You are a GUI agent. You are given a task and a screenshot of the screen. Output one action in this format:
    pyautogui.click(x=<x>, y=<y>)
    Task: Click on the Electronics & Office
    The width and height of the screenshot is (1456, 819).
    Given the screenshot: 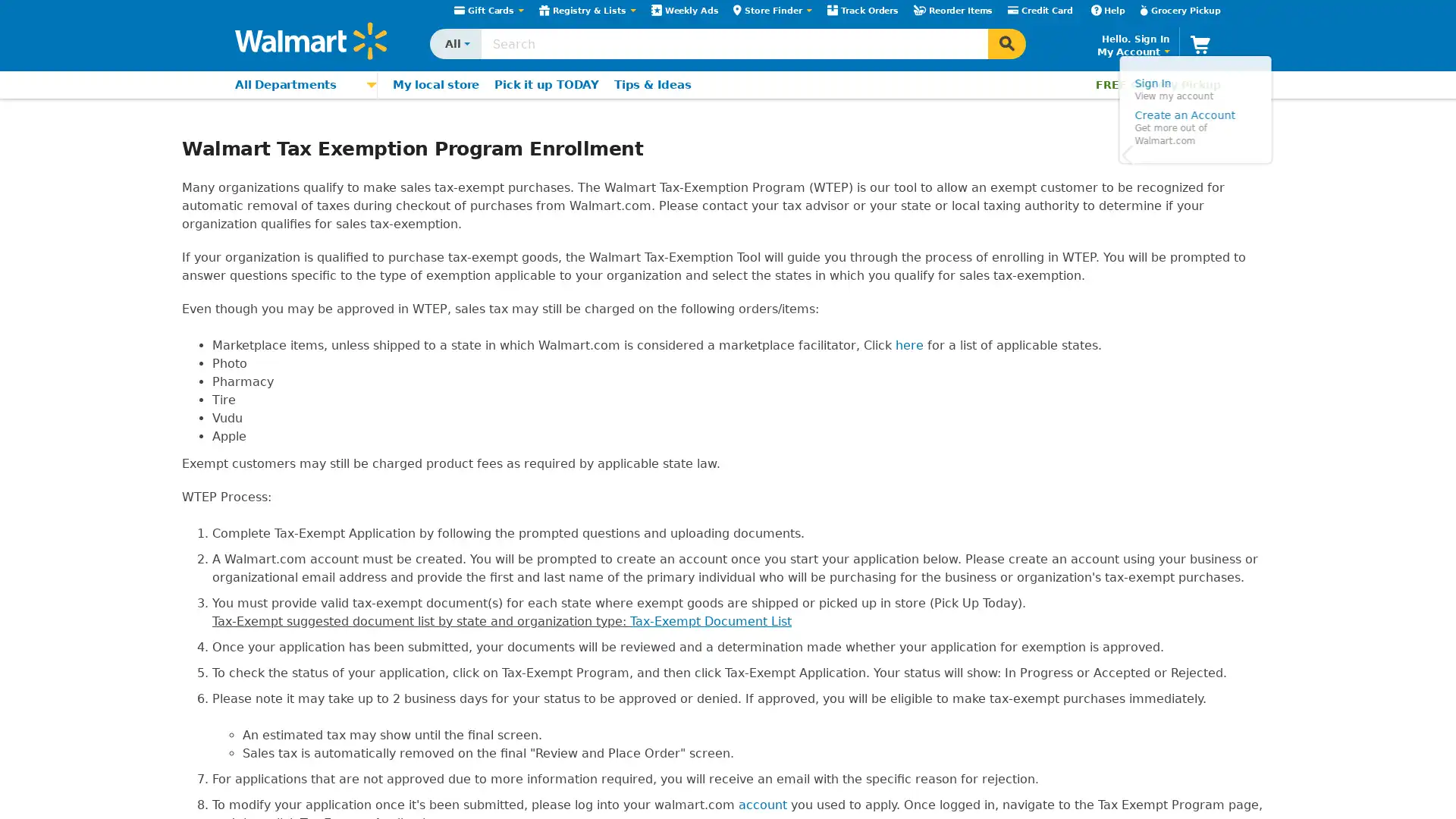 What is the action you would take?
    pyautogui.click(x=294, y=138)
    